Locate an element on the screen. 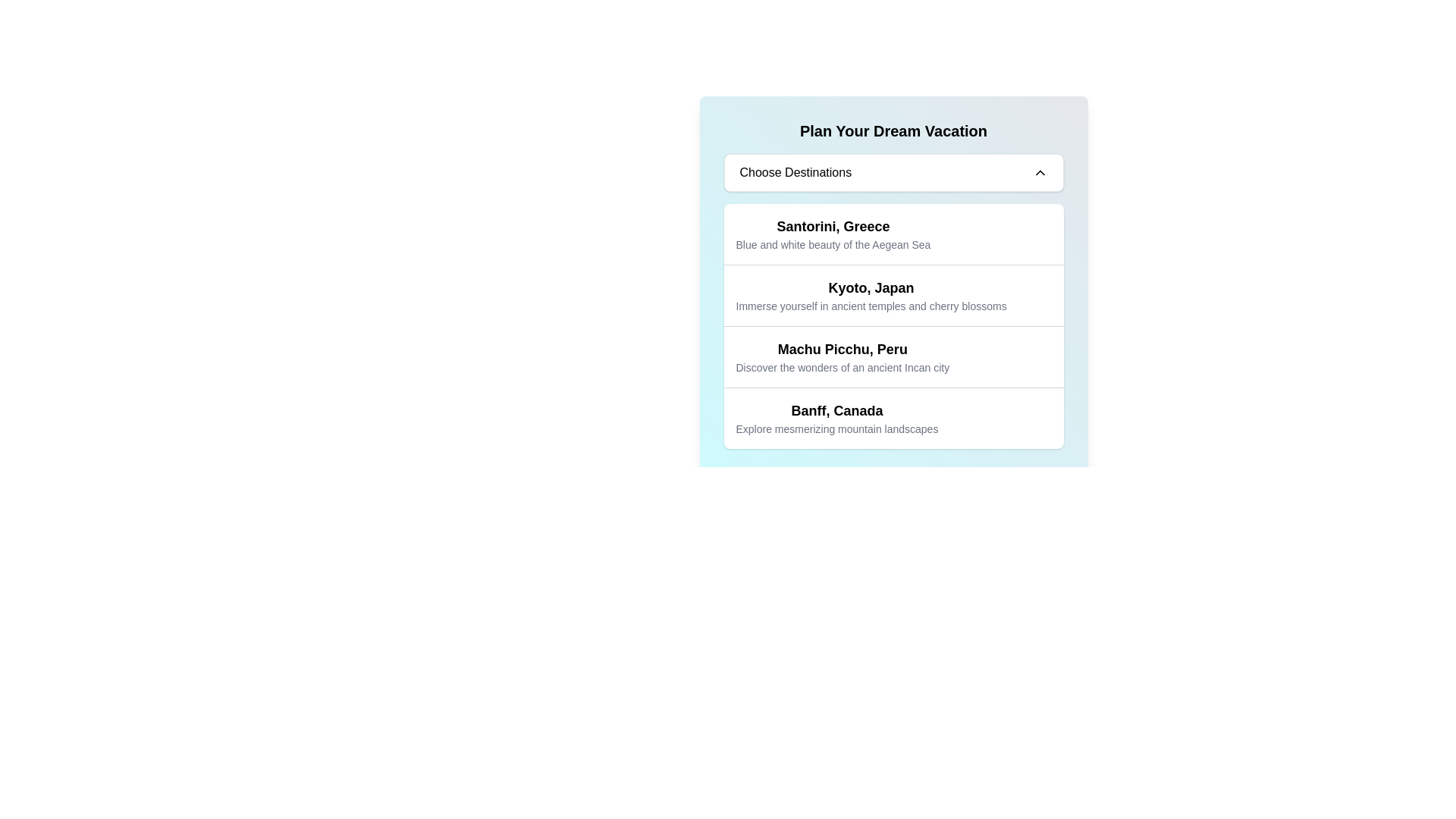 Image resolution: width=1456 pixels, height=819 pixels. the destination selection Text element for 'Santorini, Greece' is located at coordinates (833, 234).